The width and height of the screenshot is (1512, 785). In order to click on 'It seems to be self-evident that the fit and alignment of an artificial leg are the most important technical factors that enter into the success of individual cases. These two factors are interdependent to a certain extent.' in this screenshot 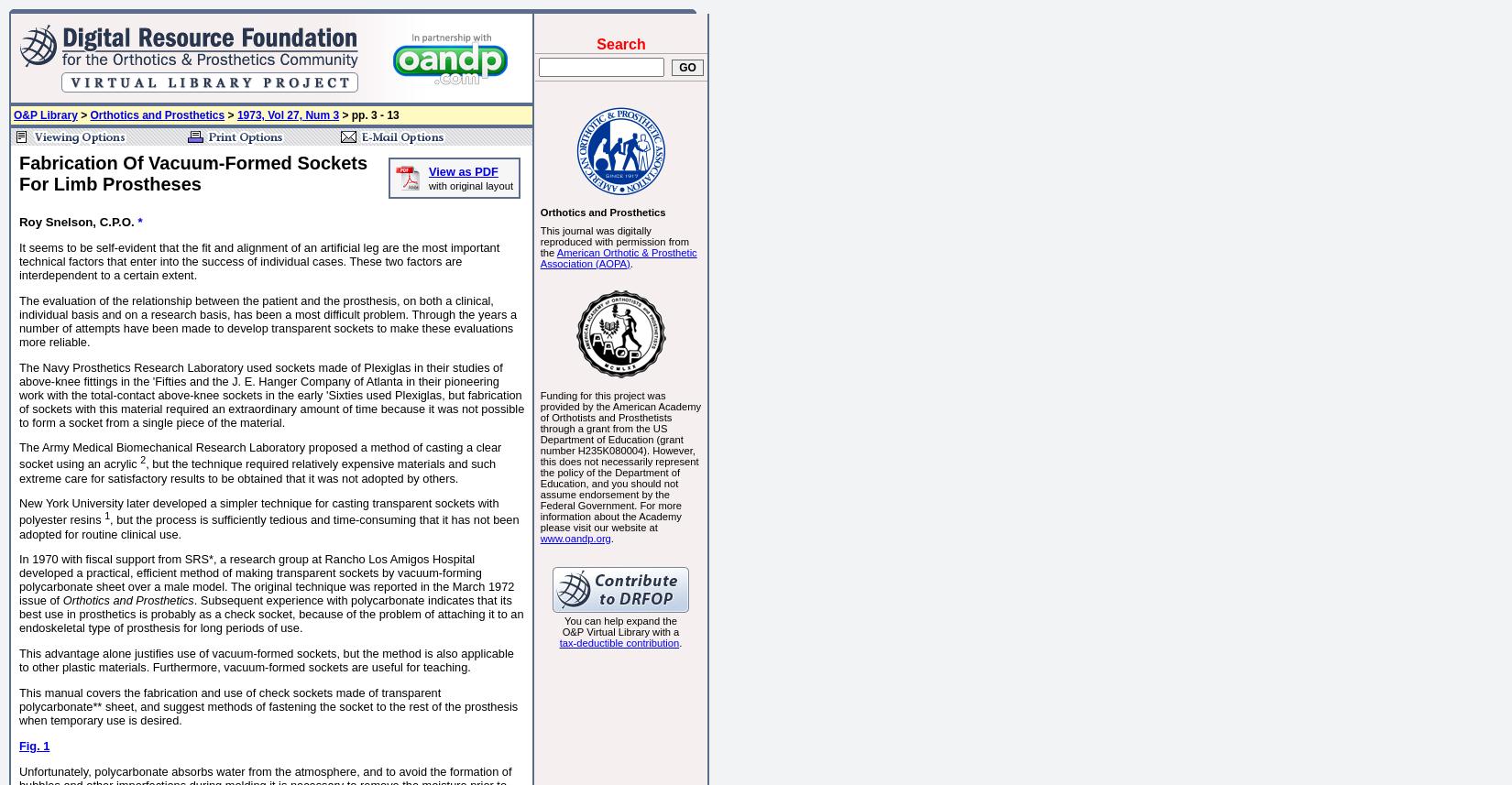, I will do `click(258, 259)`.